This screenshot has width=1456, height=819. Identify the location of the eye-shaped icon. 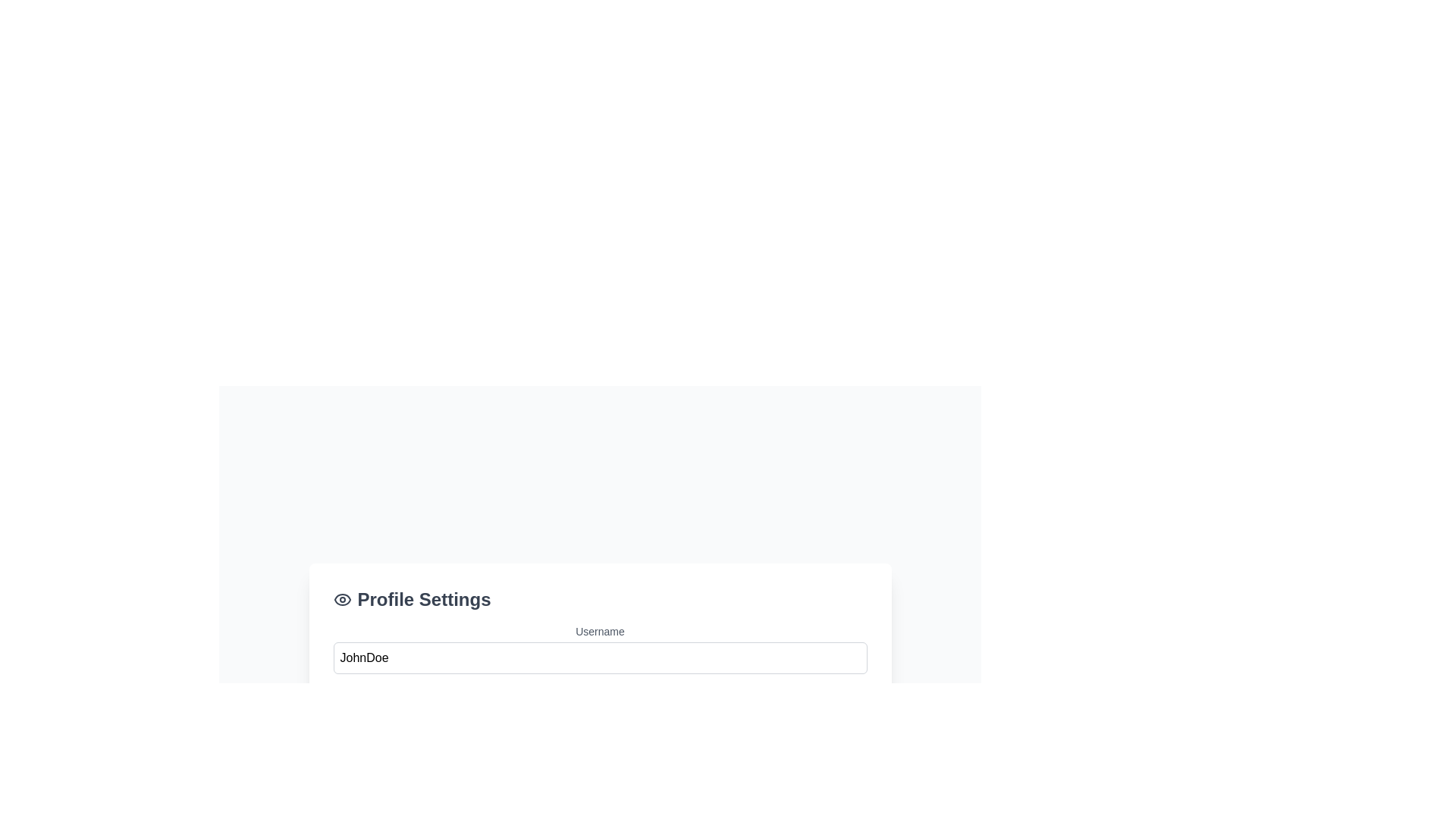
(341, 598).